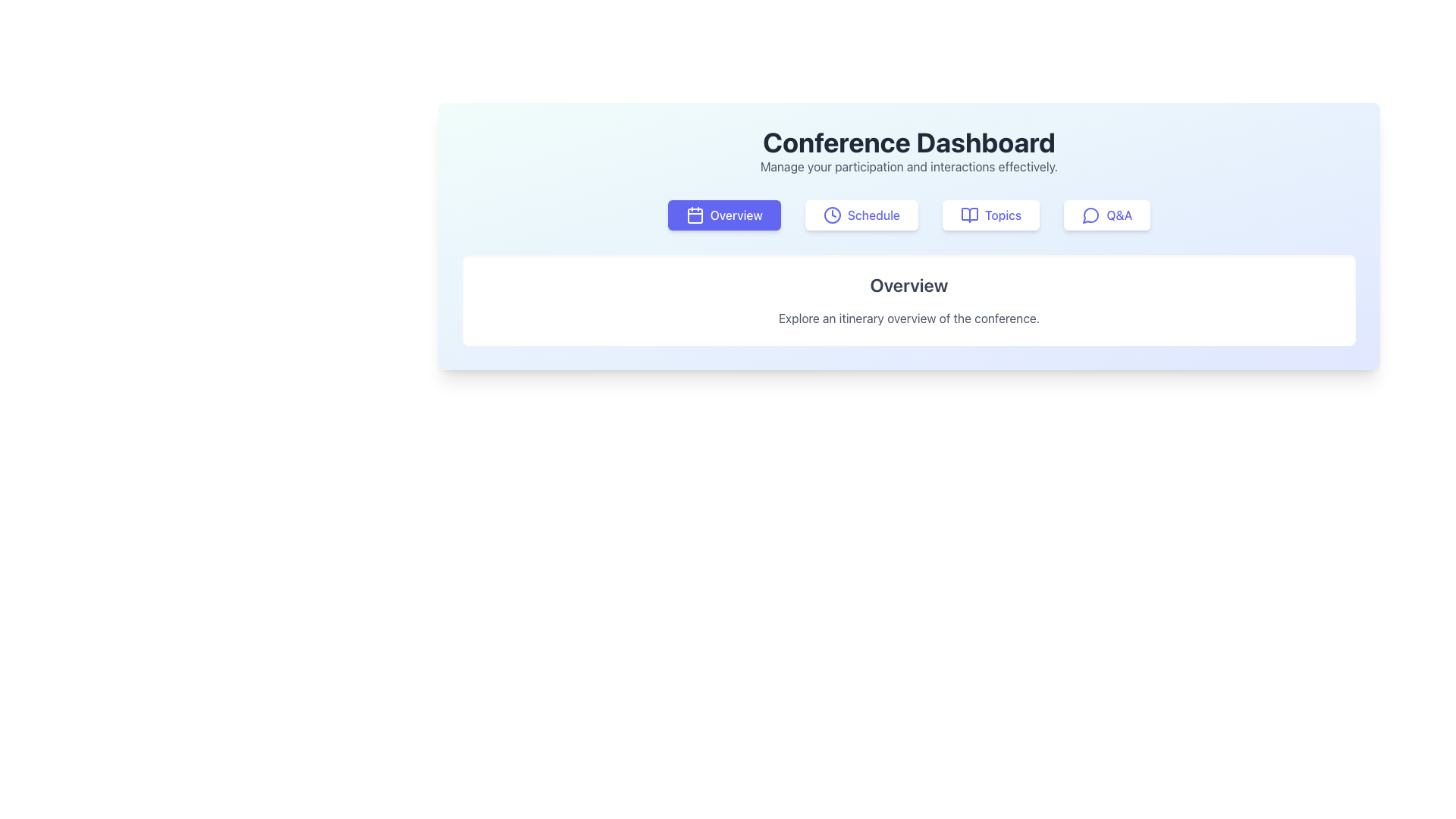 The height and width of the screenshot is (819, 1456). I want to click on the SVG vector graphic component forming the rounded rectangle in the calendar icon of the 'Overview' button, which enhances the recognizability of the button's purpose related to event or schedule overview, so click(694, 216).